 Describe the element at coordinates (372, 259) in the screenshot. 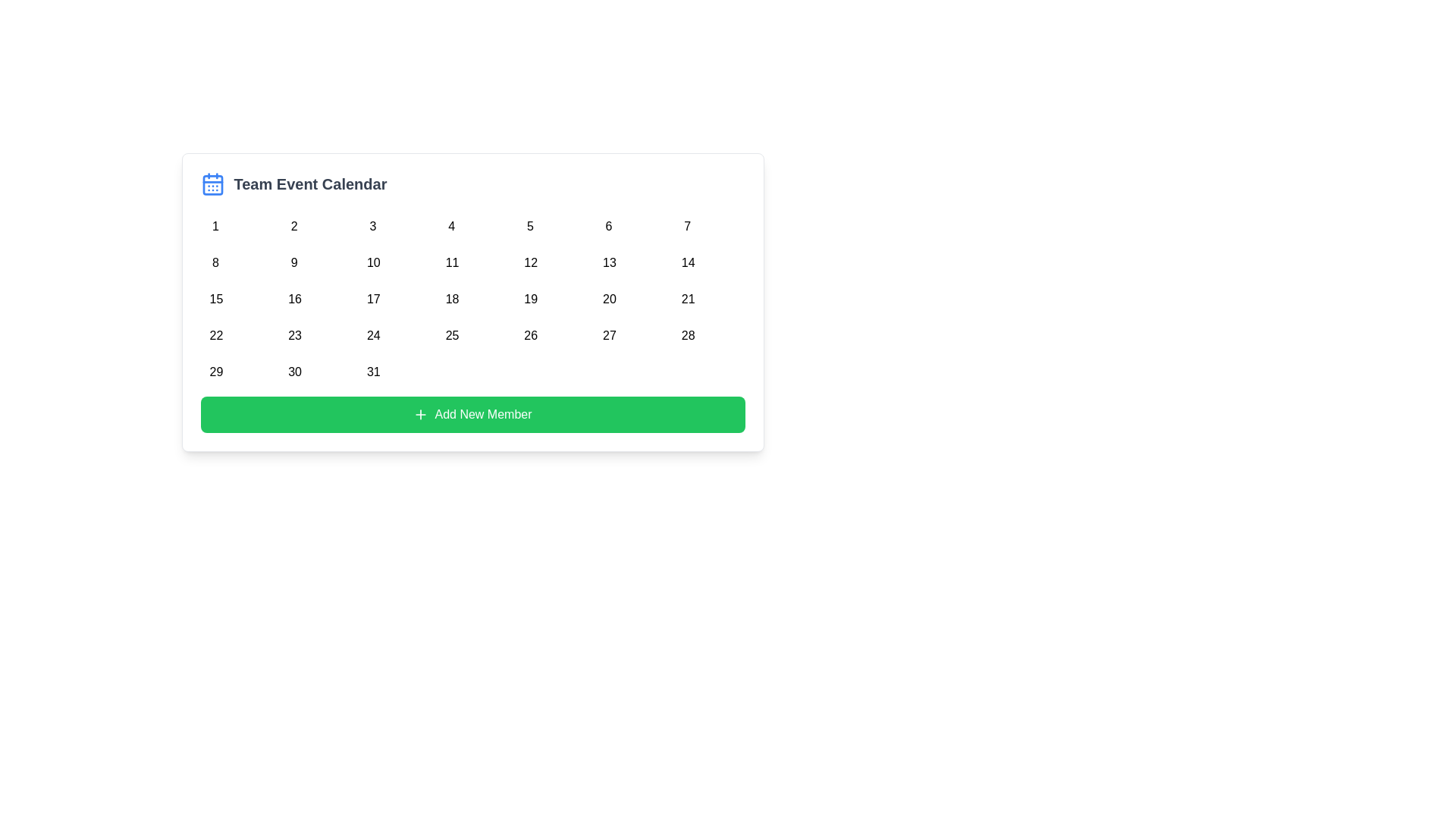

I see `the rectangular button displaying the text '10' located` at that location.